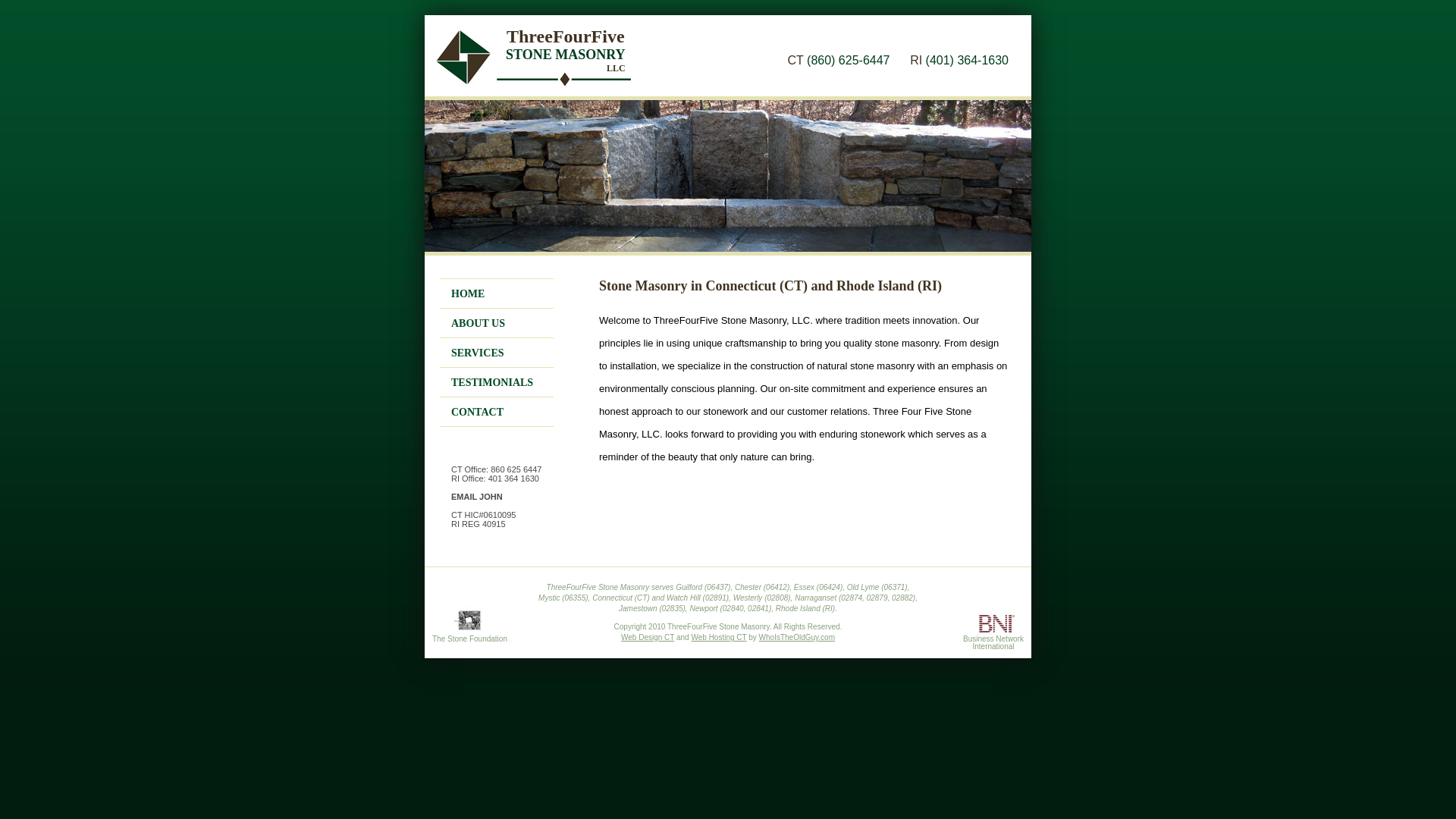 This screenshot has height=819, width=1456. Describe the element at coordinates (479, 353) in the screenshot. I see `'SERVICES'` at that location.